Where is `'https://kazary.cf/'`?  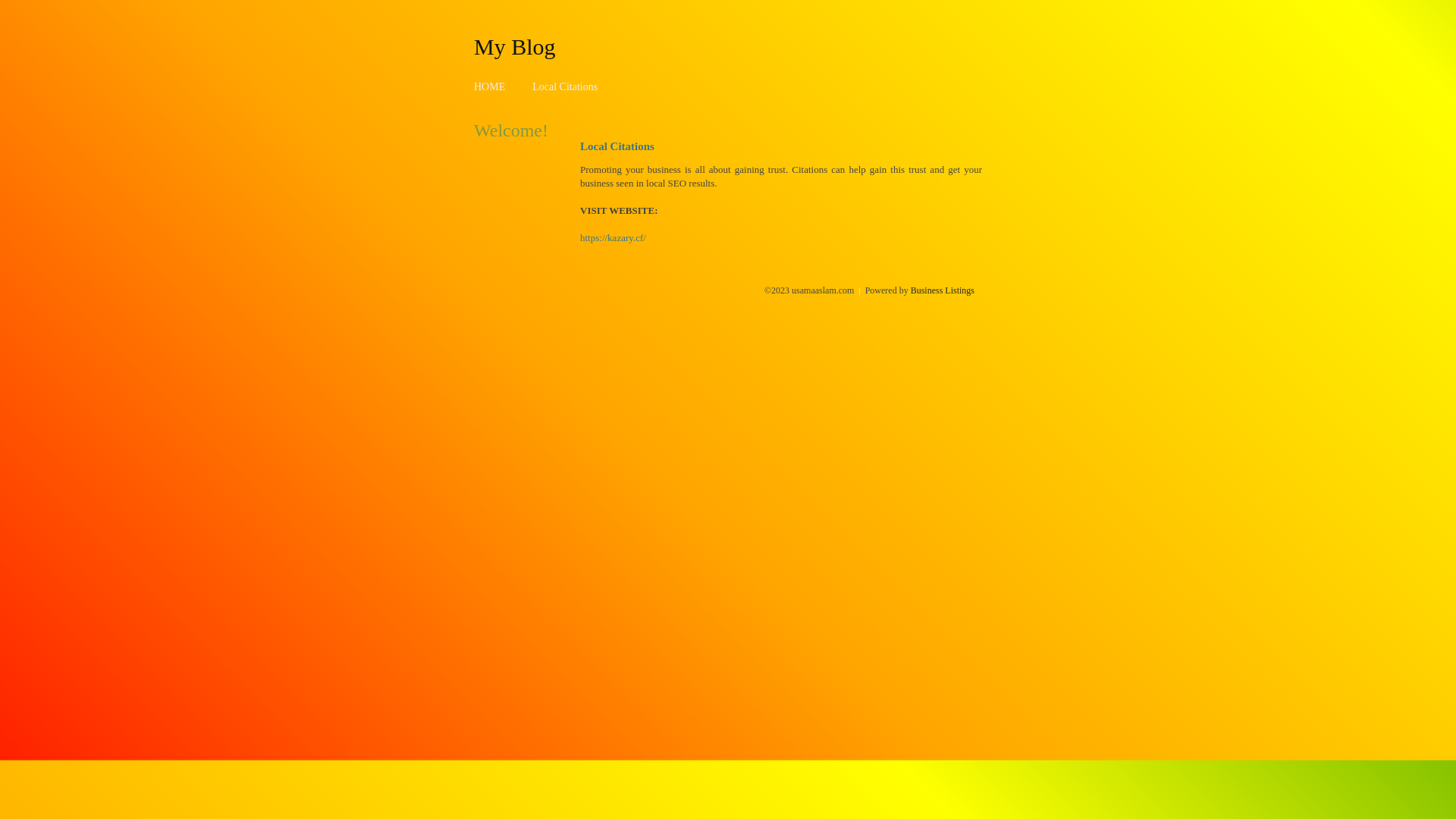 'https://kazary.cf/' is located at coordinates (613, 237).